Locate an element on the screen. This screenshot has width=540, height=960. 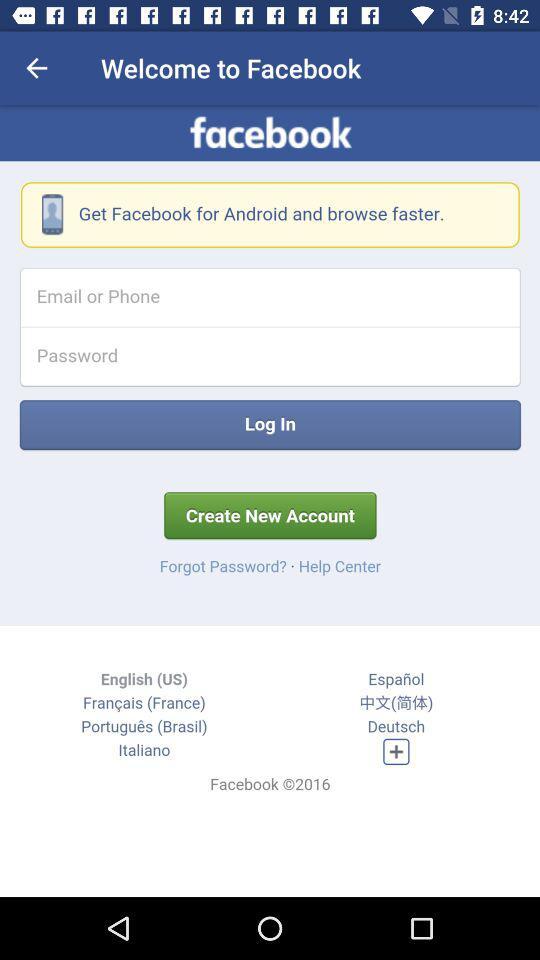
facebook log in page is located at coordinates (270, 500).